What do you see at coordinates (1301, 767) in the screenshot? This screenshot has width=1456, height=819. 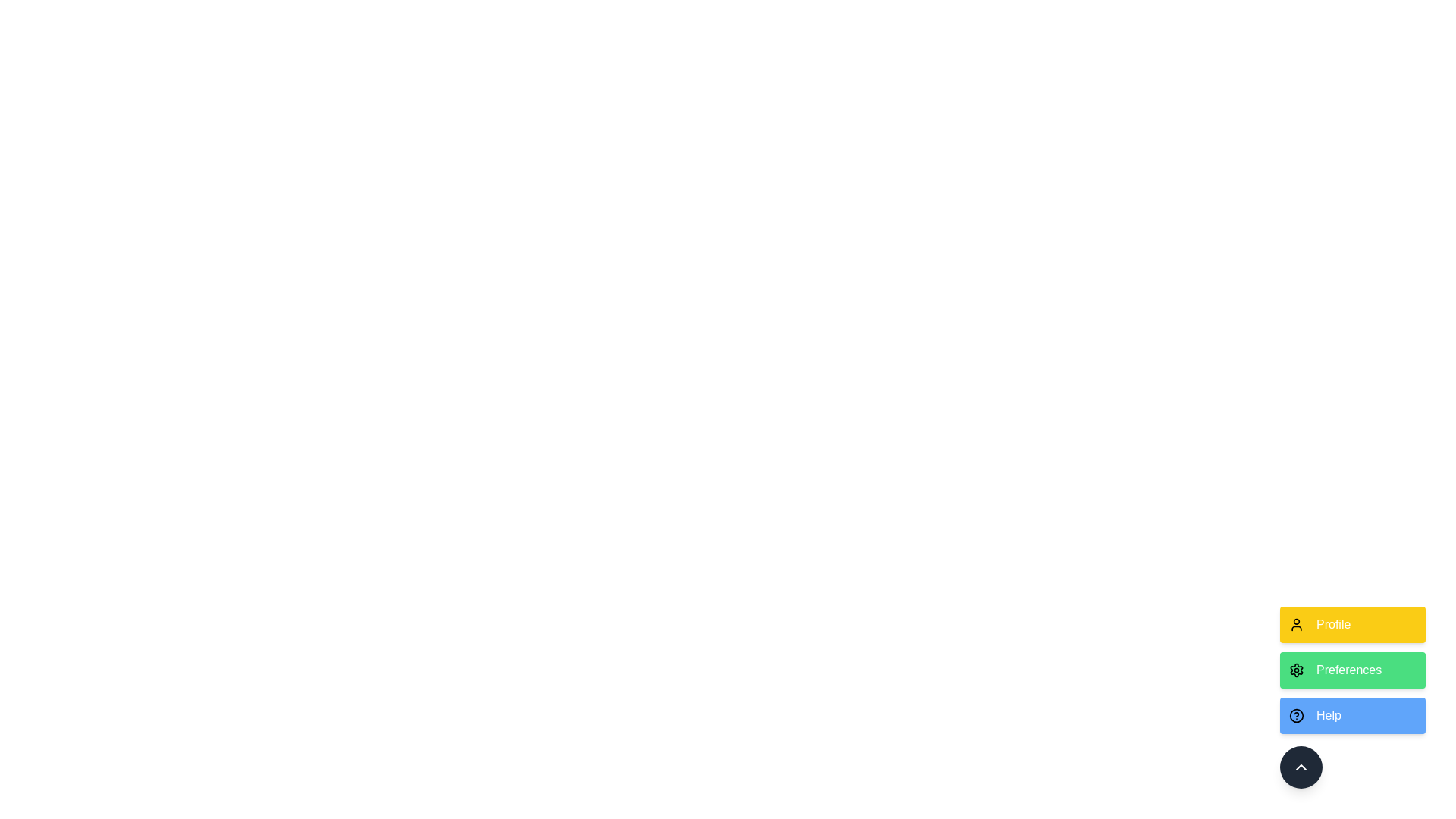 I see `the toggle button to toggle the speed dial menu` at bounding box center [1301, 767].